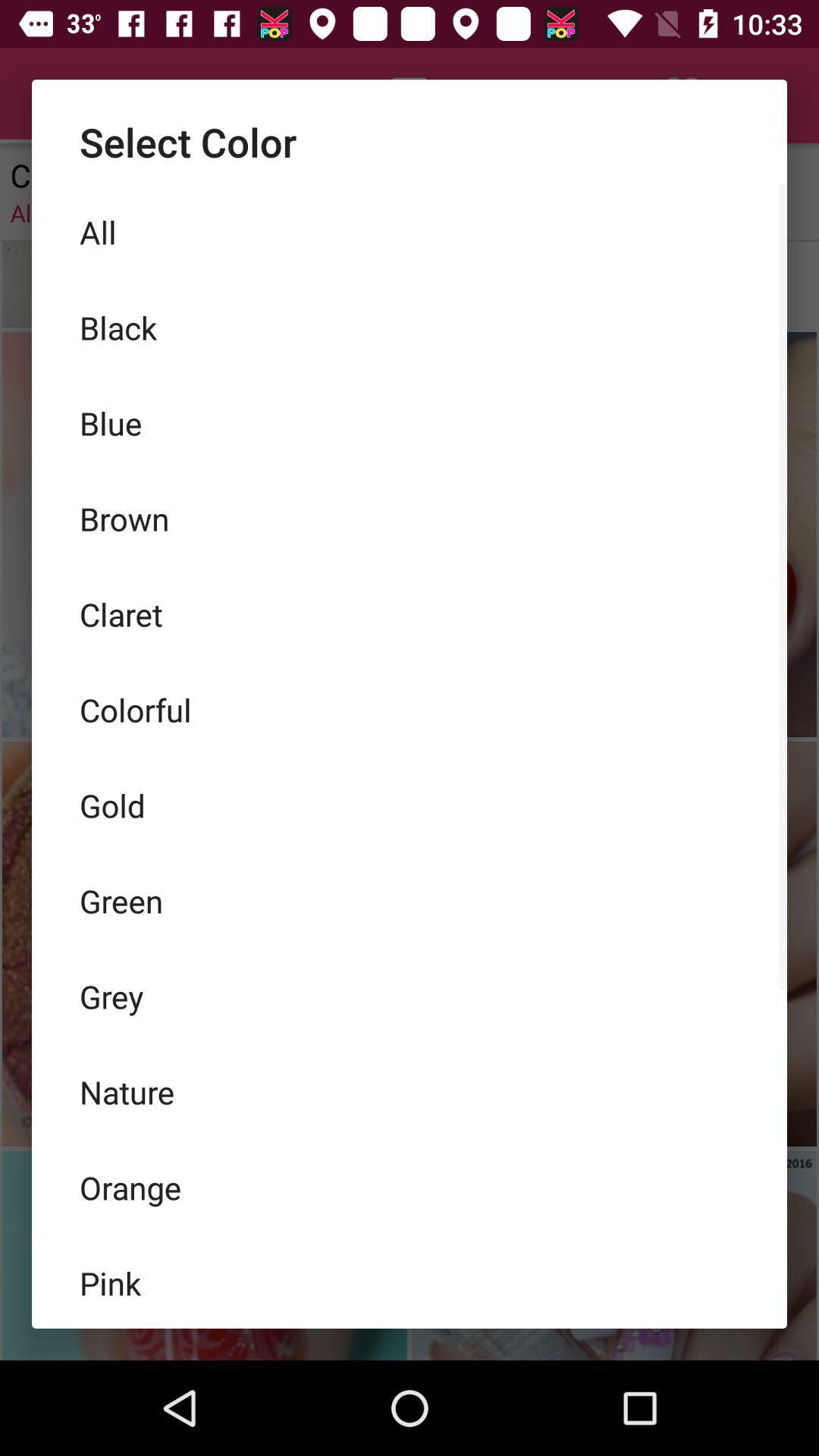 The height and width of the screenshot is (1456, 819). Describe the element at coordinates (409, 996) in the screenshot. I see `the grey icon` at that location.